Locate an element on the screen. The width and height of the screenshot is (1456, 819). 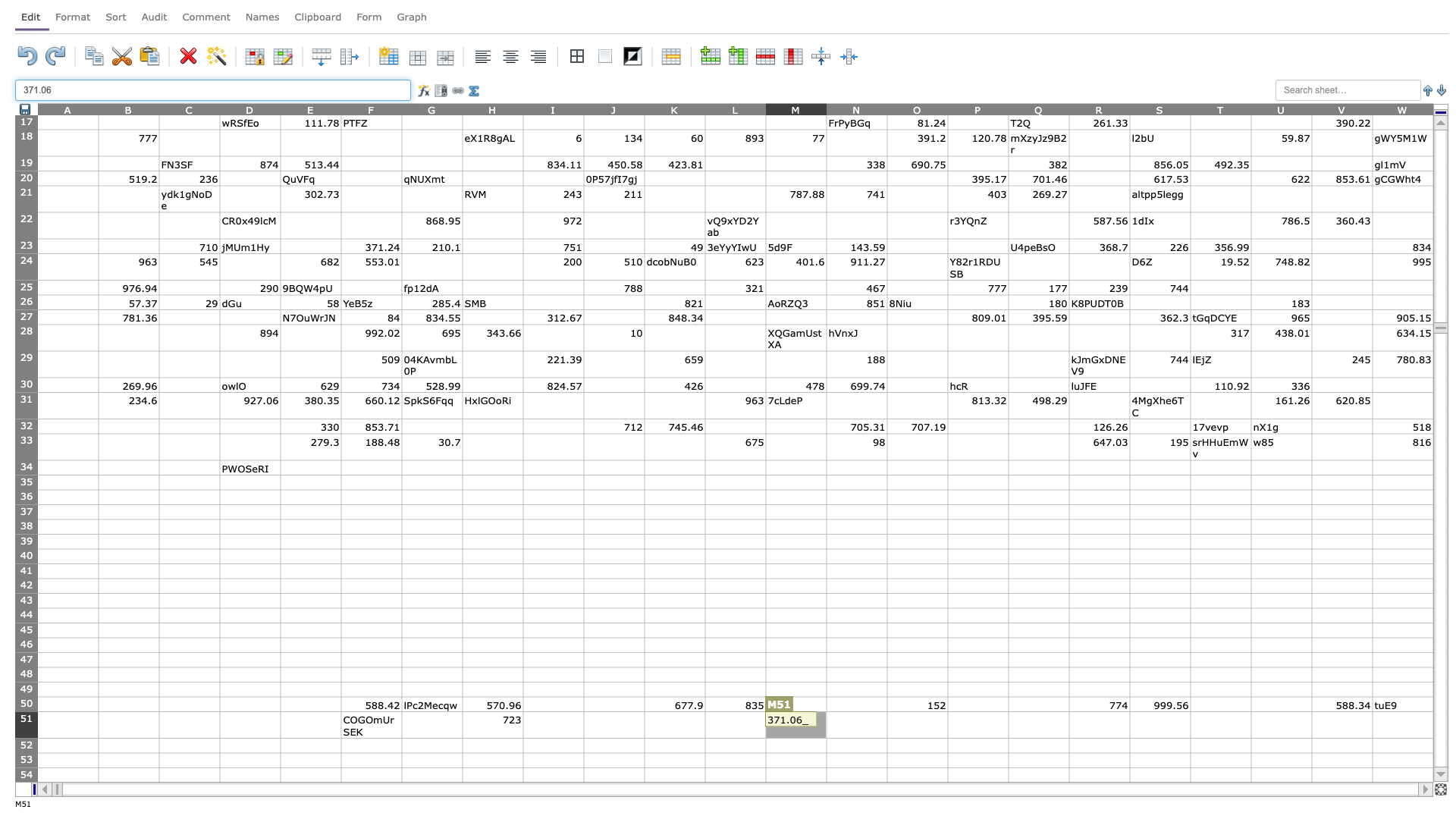
Top left corner at position N51 is located at coordinates (825, 711).